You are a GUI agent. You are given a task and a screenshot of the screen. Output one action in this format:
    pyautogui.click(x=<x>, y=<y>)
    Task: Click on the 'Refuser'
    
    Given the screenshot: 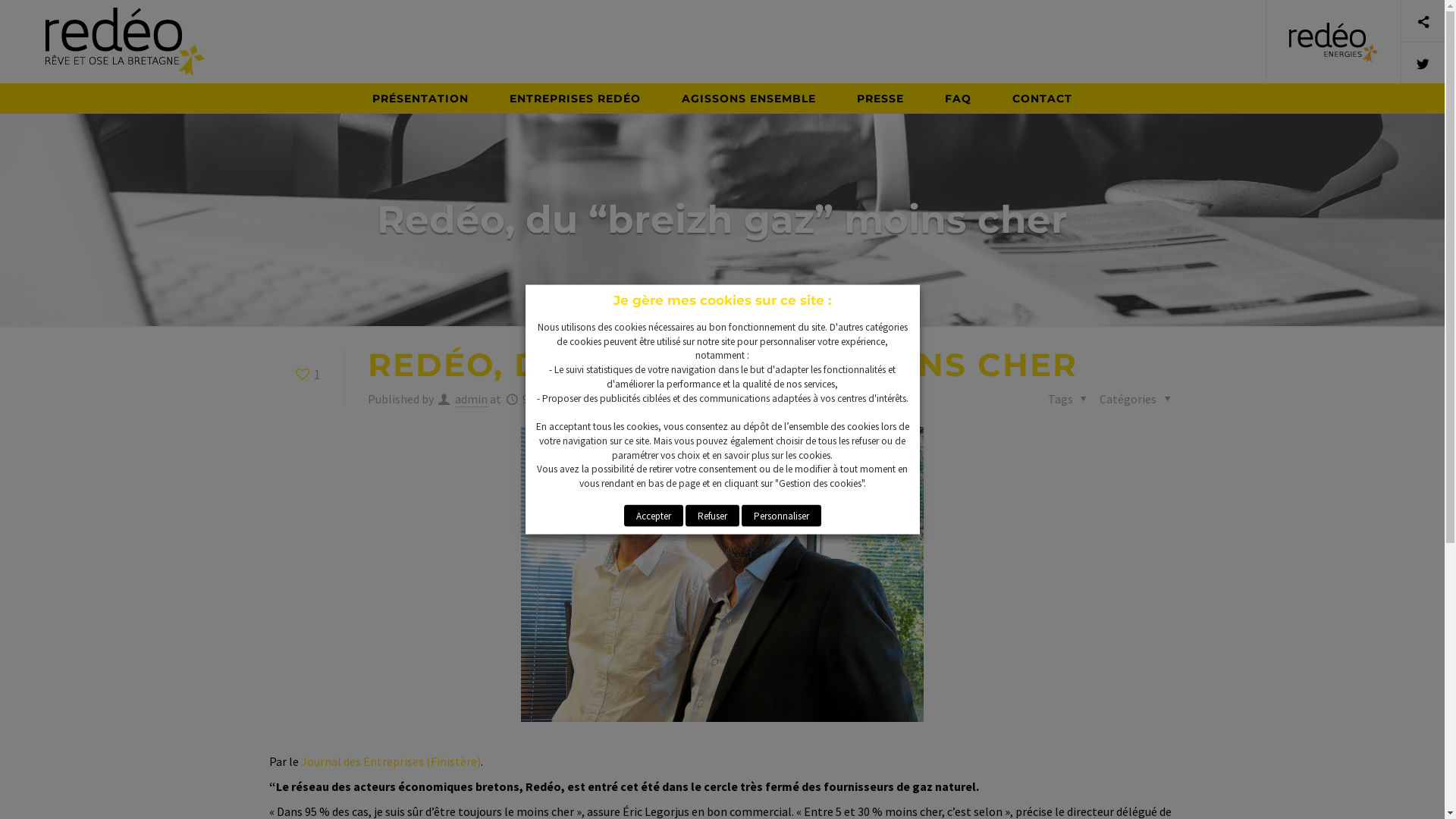 What is the action you would take?
    pyautogui.click(x=711, y=514)
    